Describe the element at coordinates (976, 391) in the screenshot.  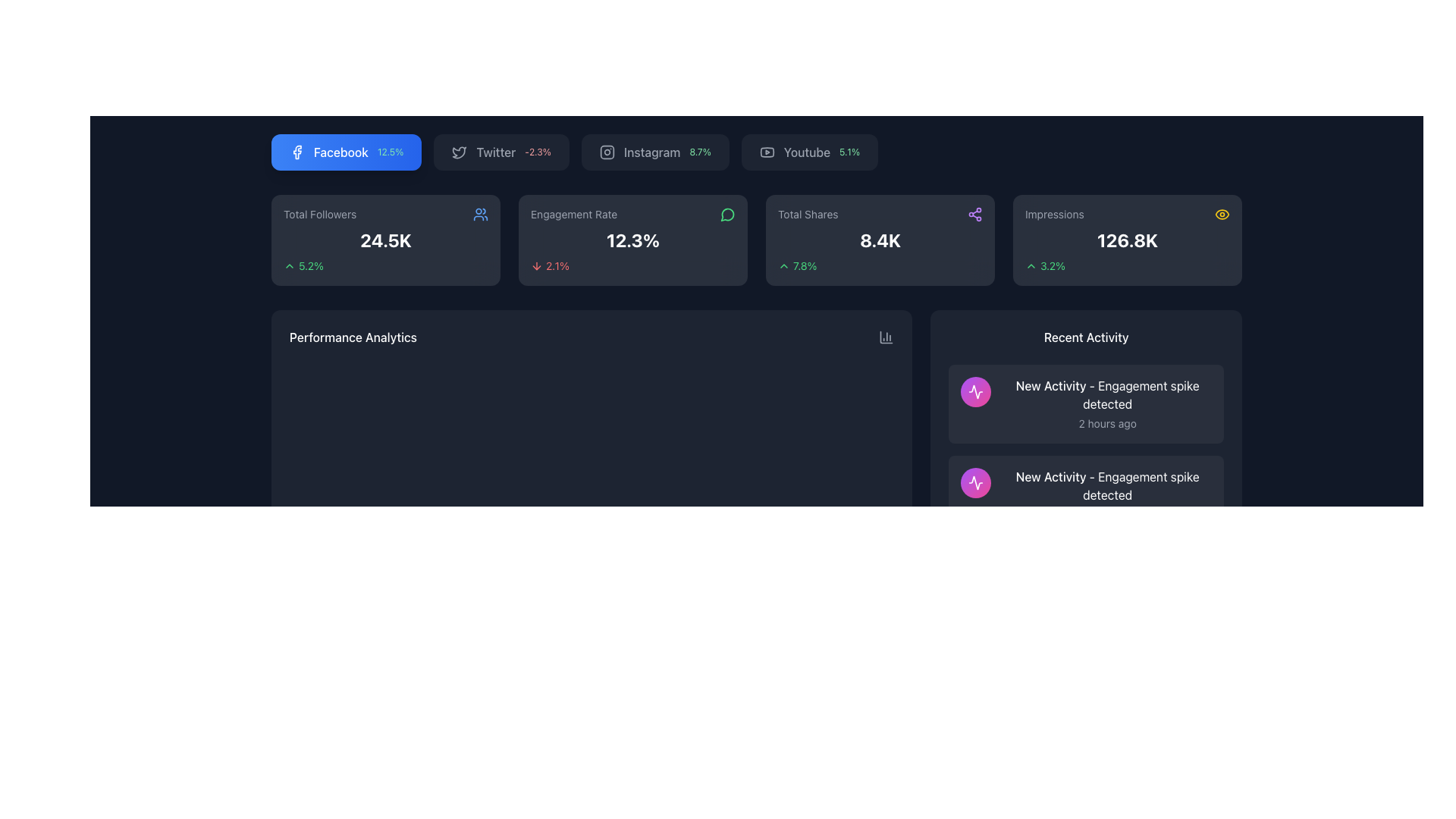
I see `the line chart icon button with a white outline on a pink circular background located in the 'Recent Activity' section for analytics details` at that location.